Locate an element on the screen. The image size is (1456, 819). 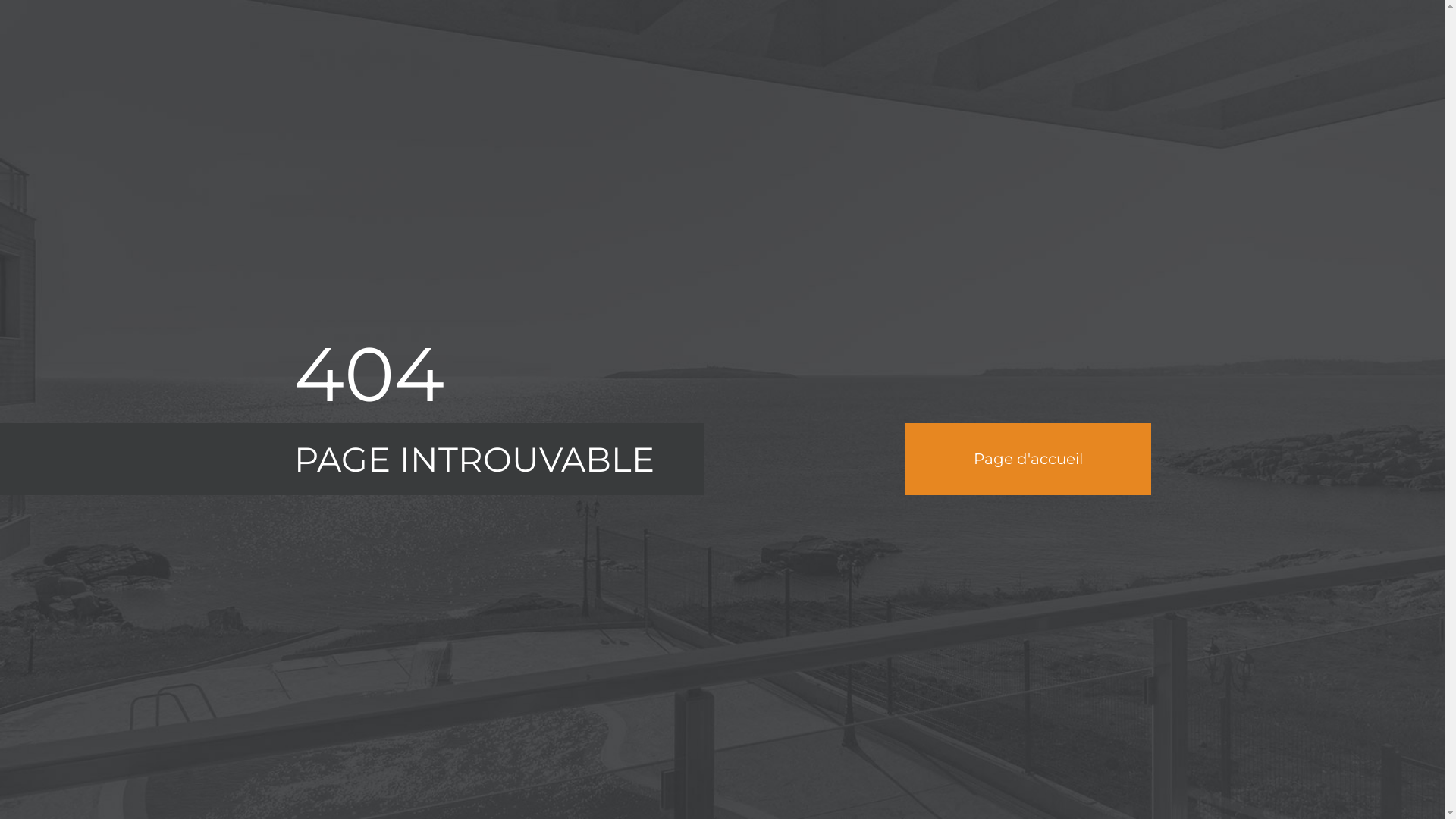
'Page d'accueil' is located at coordinates (1028, 458).